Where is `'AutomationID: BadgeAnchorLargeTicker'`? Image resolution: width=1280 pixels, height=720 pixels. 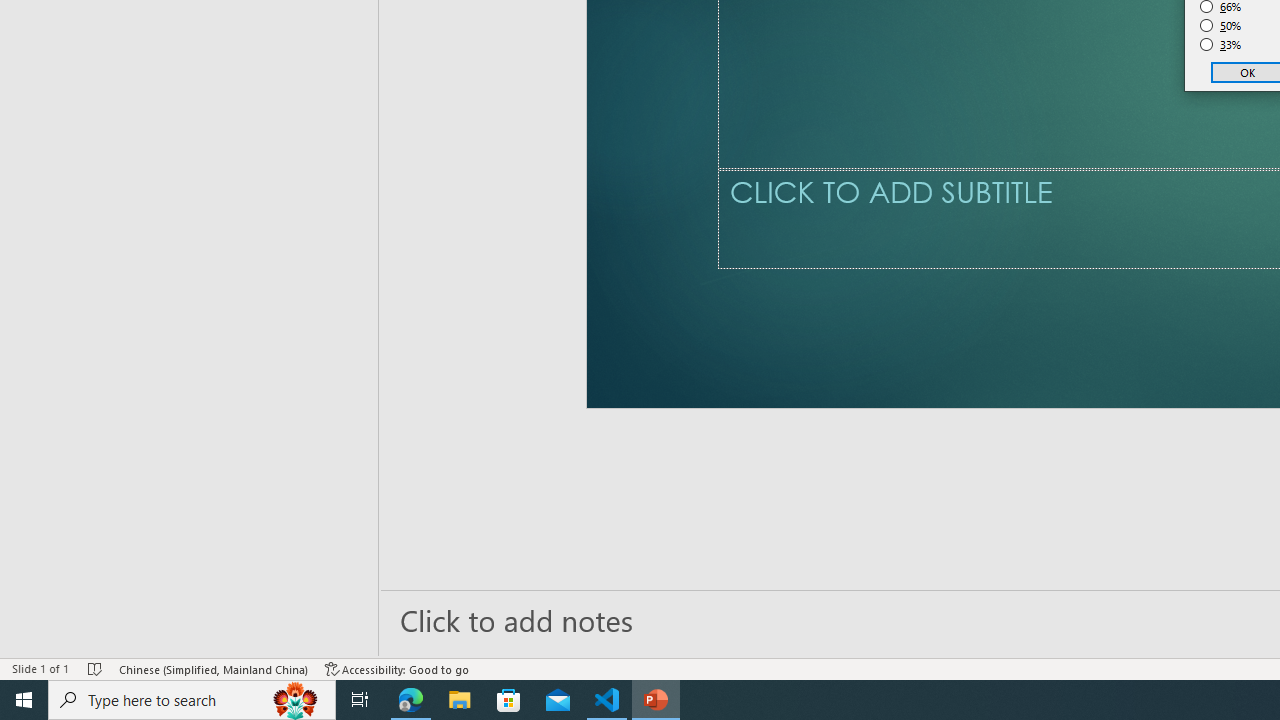 'AutomationID: BadgeAnchorLargeTicker' is located at coordinates (46, 685).